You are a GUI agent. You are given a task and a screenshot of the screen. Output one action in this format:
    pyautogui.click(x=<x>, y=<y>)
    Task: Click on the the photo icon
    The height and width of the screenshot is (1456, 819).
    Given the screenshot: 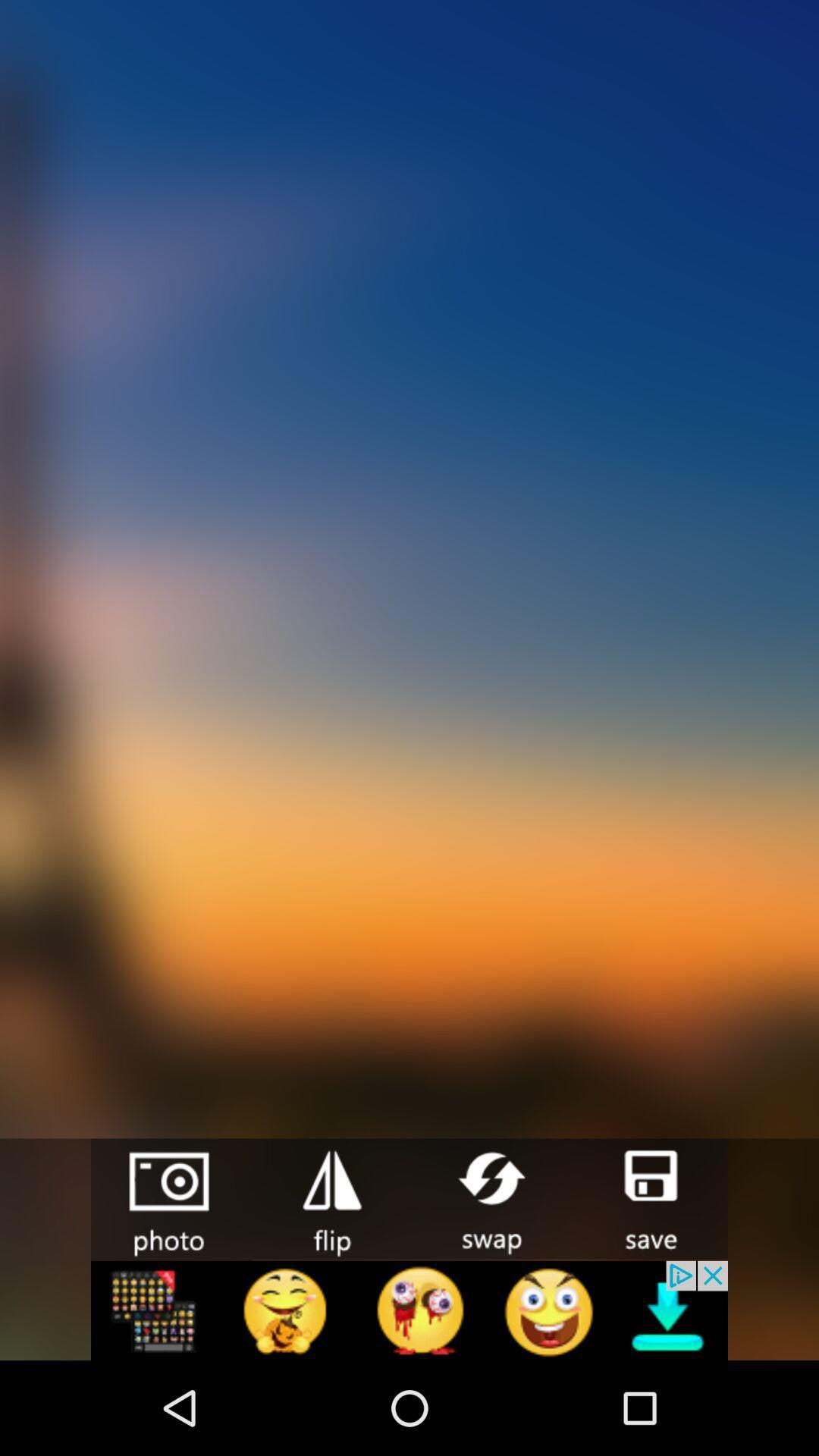 What is the action you would take?
    pyautogui.click(x=171, y=1283)
    